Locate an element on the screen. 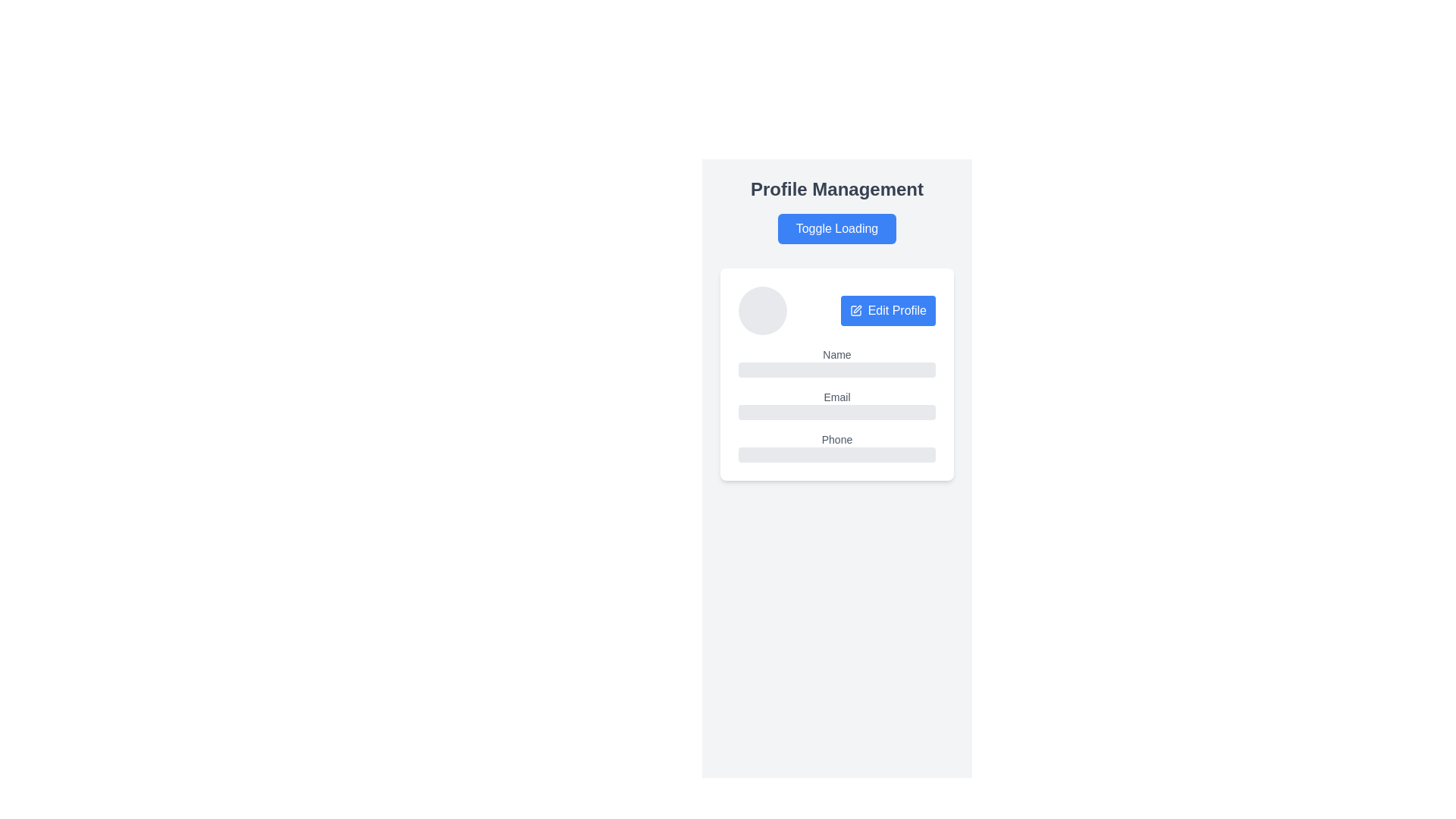 Image resolution: width=1456 pixels, height=819 pixels. the 'Email' label in the Profile Management panel is located at coordinates (836, 403).